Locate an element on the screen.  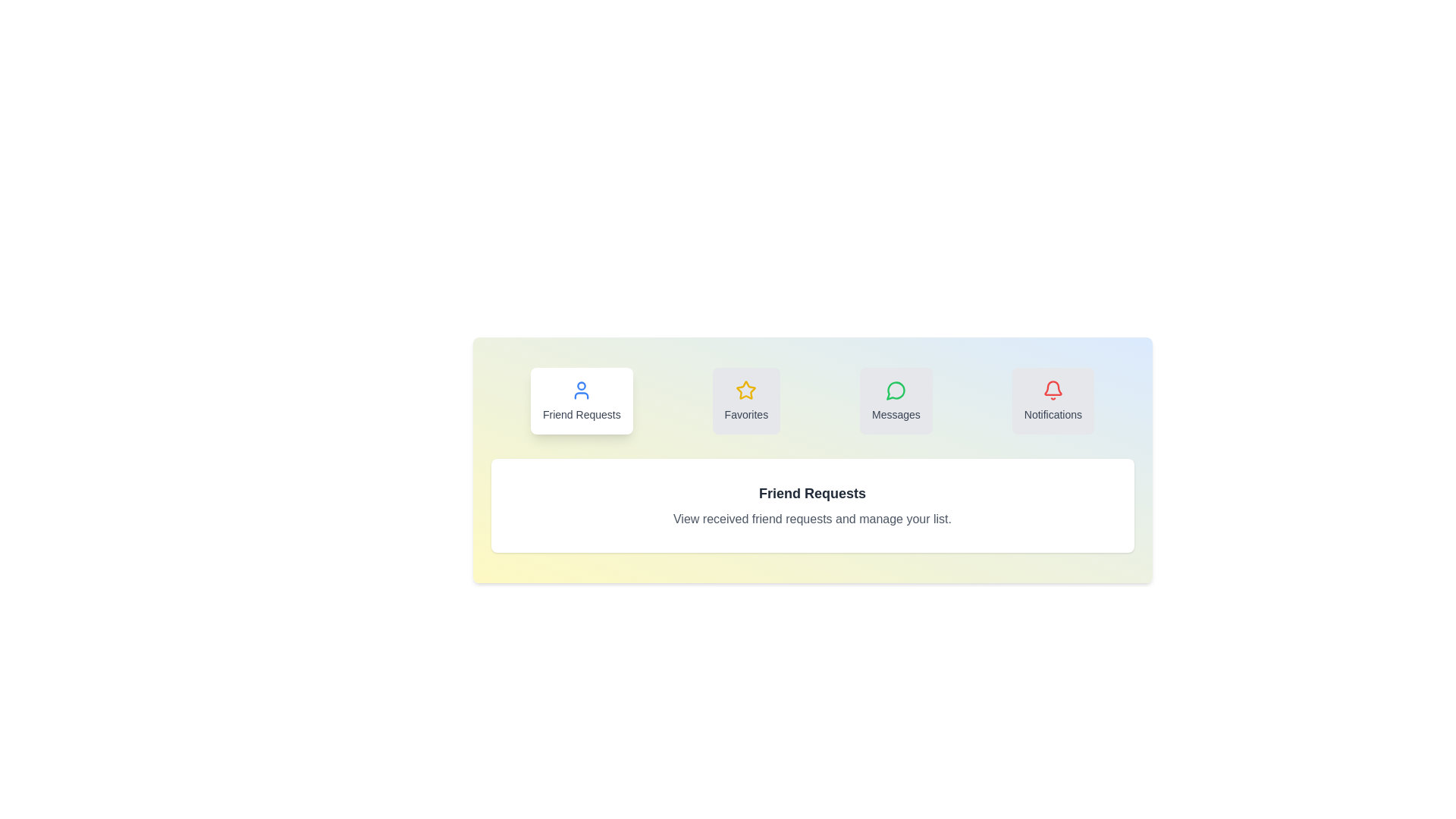
the 'Messages' tab to activate it is located at coordinates (896, 400).